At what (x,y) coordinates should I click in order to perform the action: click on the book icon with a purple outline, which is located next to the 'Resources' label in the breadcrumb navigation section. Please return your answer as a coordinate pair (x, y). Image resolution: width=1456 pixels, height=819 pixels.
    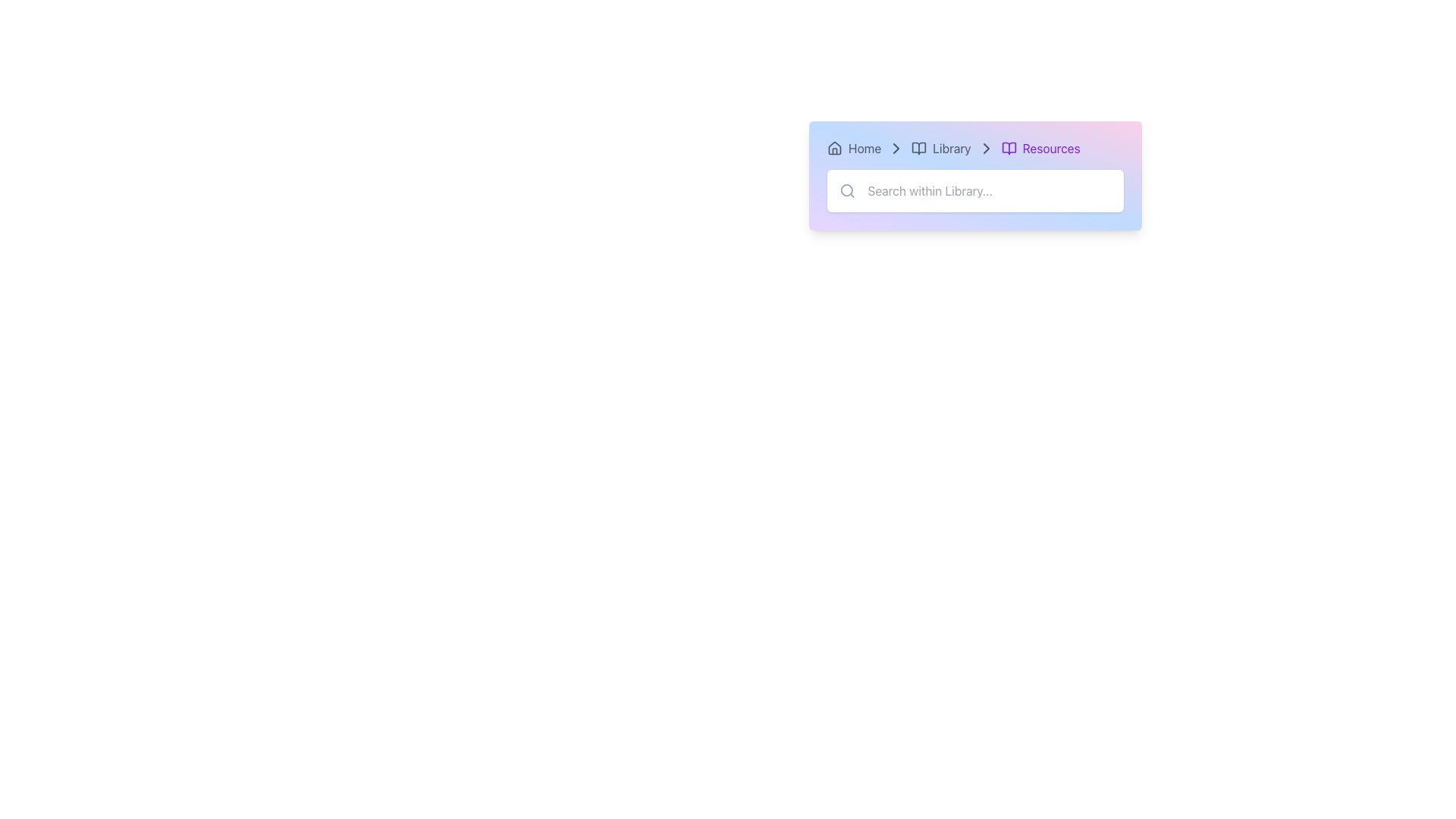
    Looking at the image, I should click on (1009, 149).